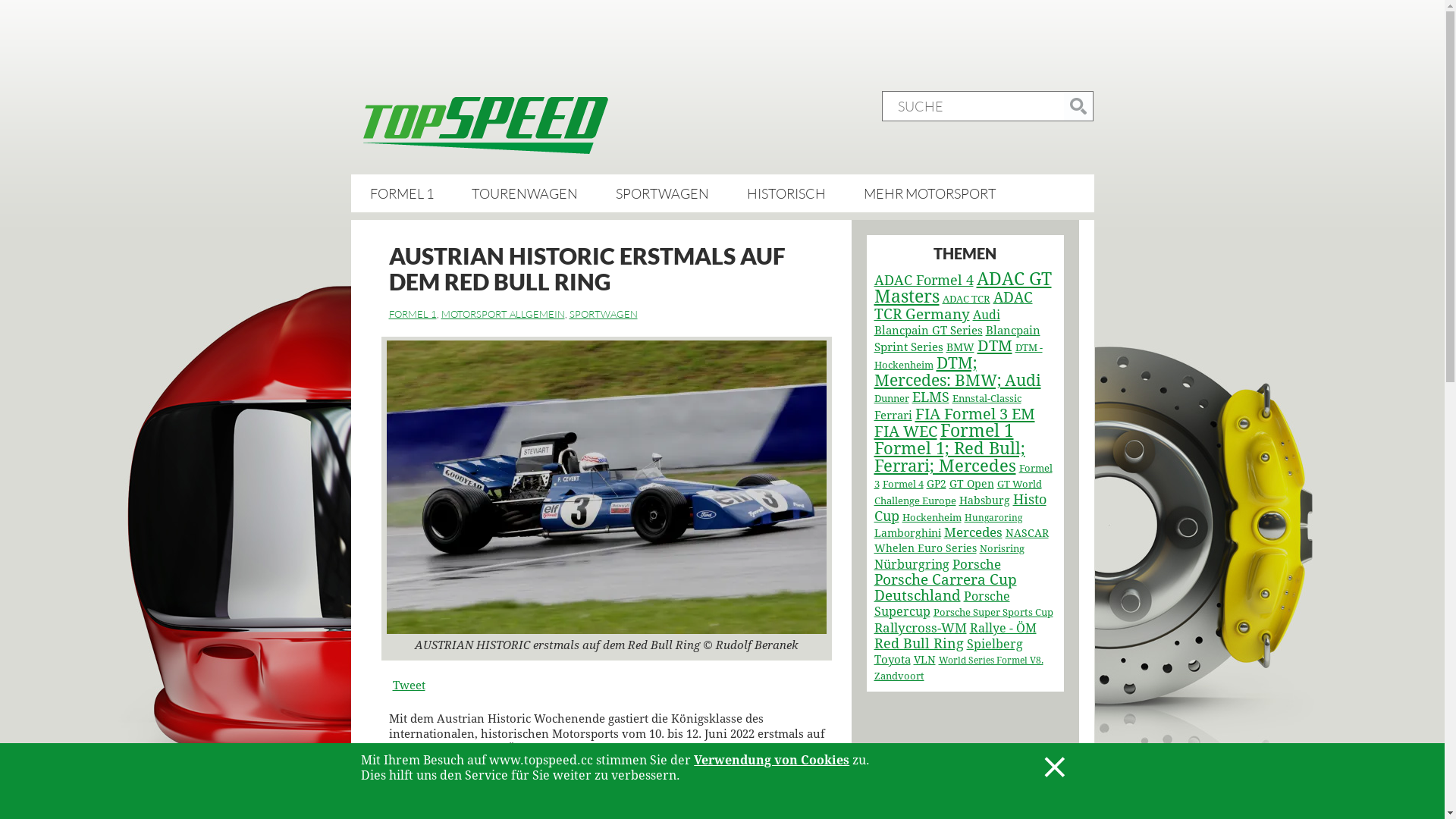 This screenshot has width=1456, height=819. What do you see at coordinates (986, 314) in the screenshot?
I see `'Audi'` at bounding box center [986, 314].